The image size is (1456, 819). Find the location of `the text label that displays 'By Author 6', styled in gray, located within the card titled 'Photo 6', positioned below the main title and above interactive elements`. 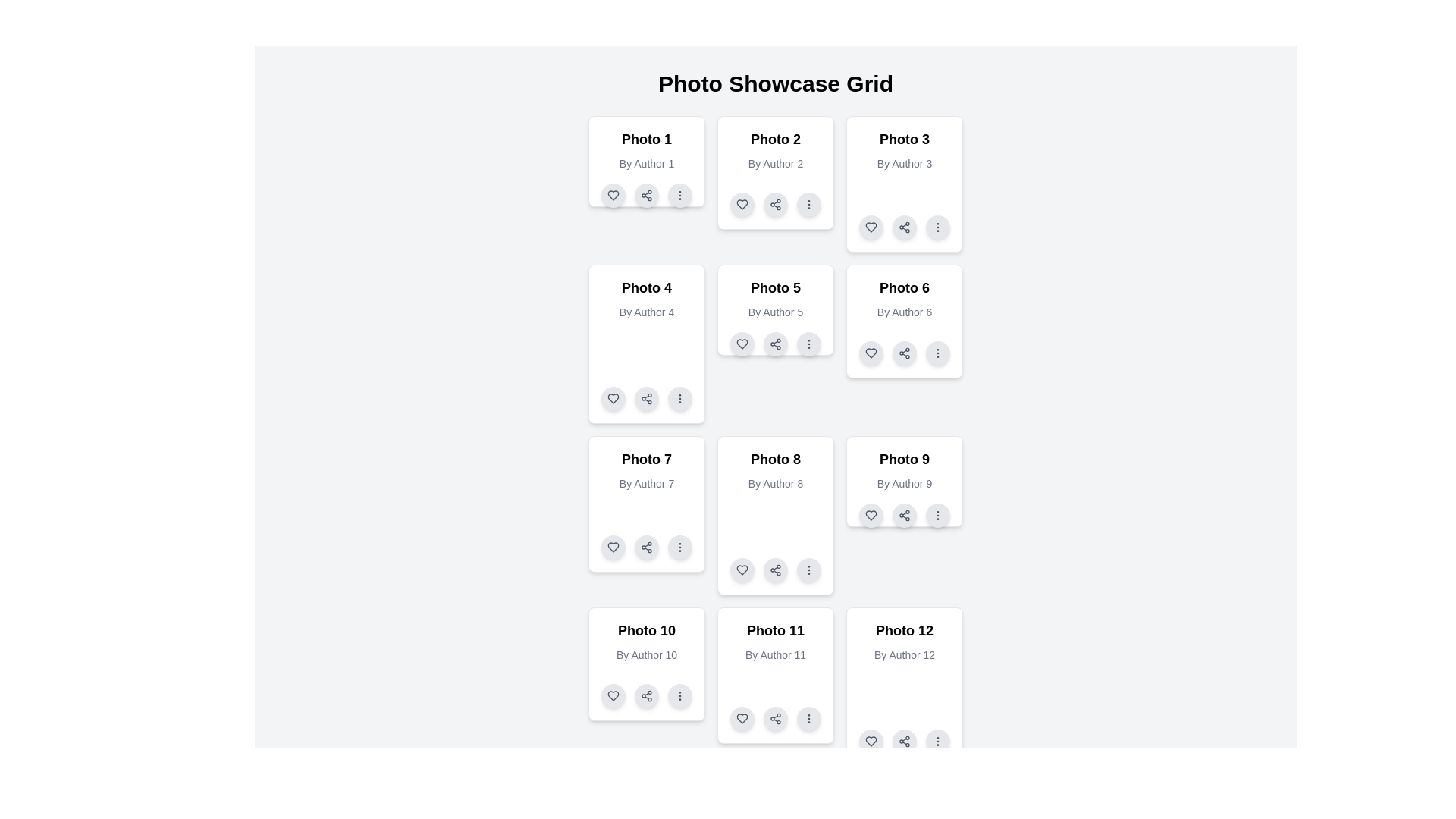

the text label that displays 'By Author 6', styled in gray, located within the card titled 'Photo 6', positioned below the main title and above interactive elements is located at coordinates (905, 312).